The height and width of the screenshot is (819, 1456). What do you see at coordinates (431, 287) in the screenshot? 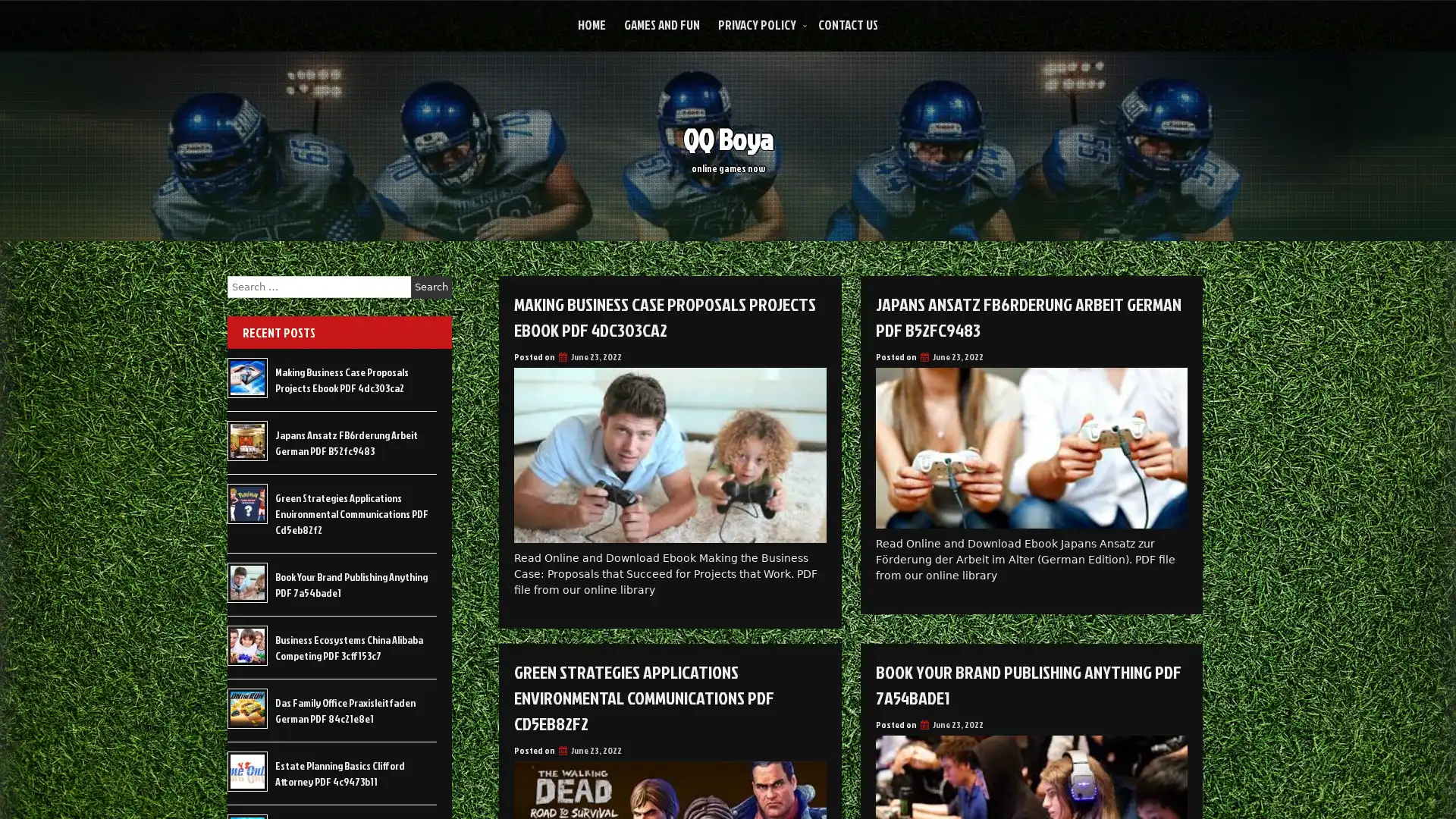
I see `Search` at bounding box center [431, 287].